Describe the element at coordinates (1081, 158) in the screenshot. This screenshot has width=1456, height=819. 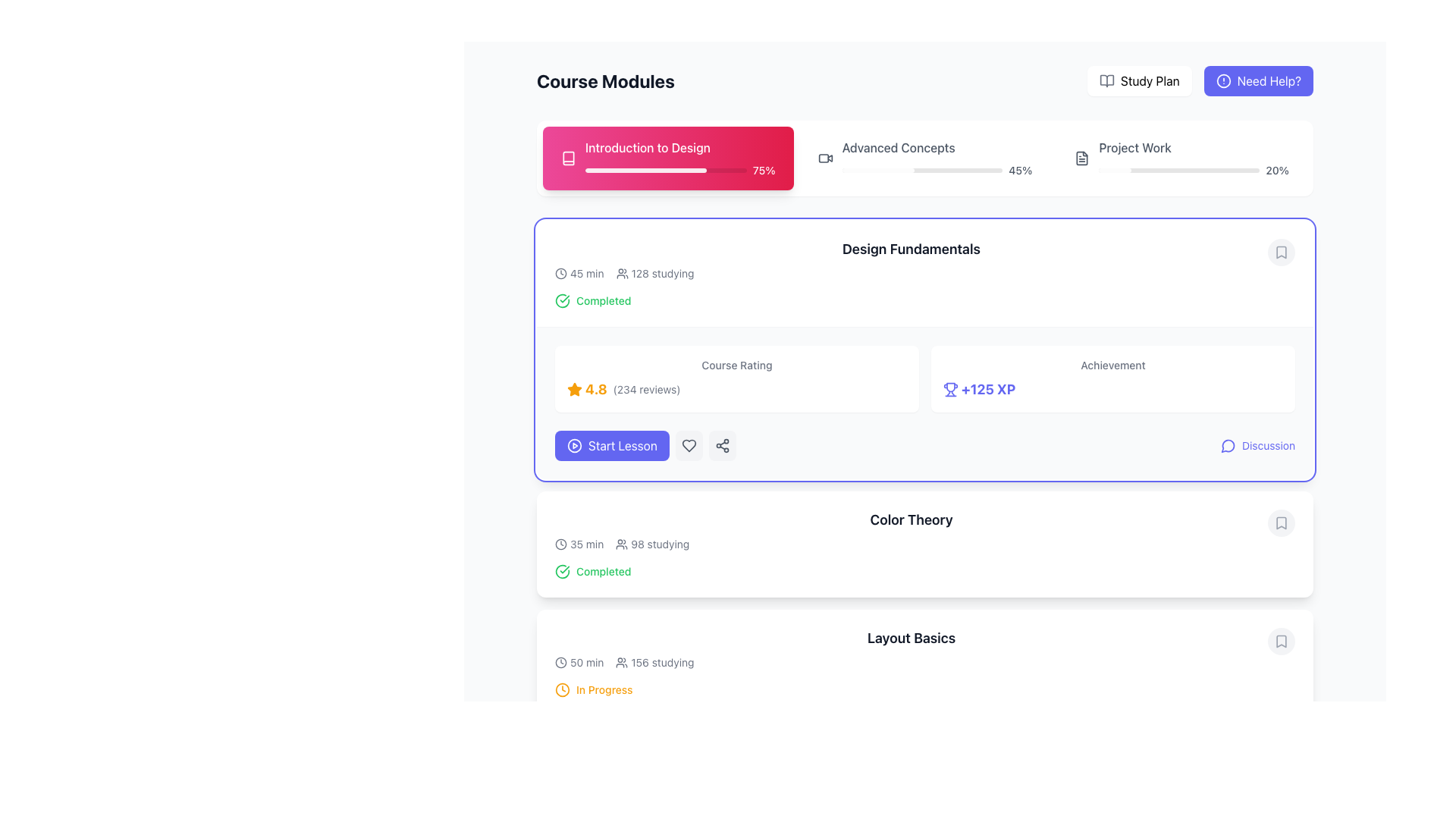
I see `the folder/document icon located on the right side of the 'Advanced Concepts' and 'Project Work' progress indicators` at that location.